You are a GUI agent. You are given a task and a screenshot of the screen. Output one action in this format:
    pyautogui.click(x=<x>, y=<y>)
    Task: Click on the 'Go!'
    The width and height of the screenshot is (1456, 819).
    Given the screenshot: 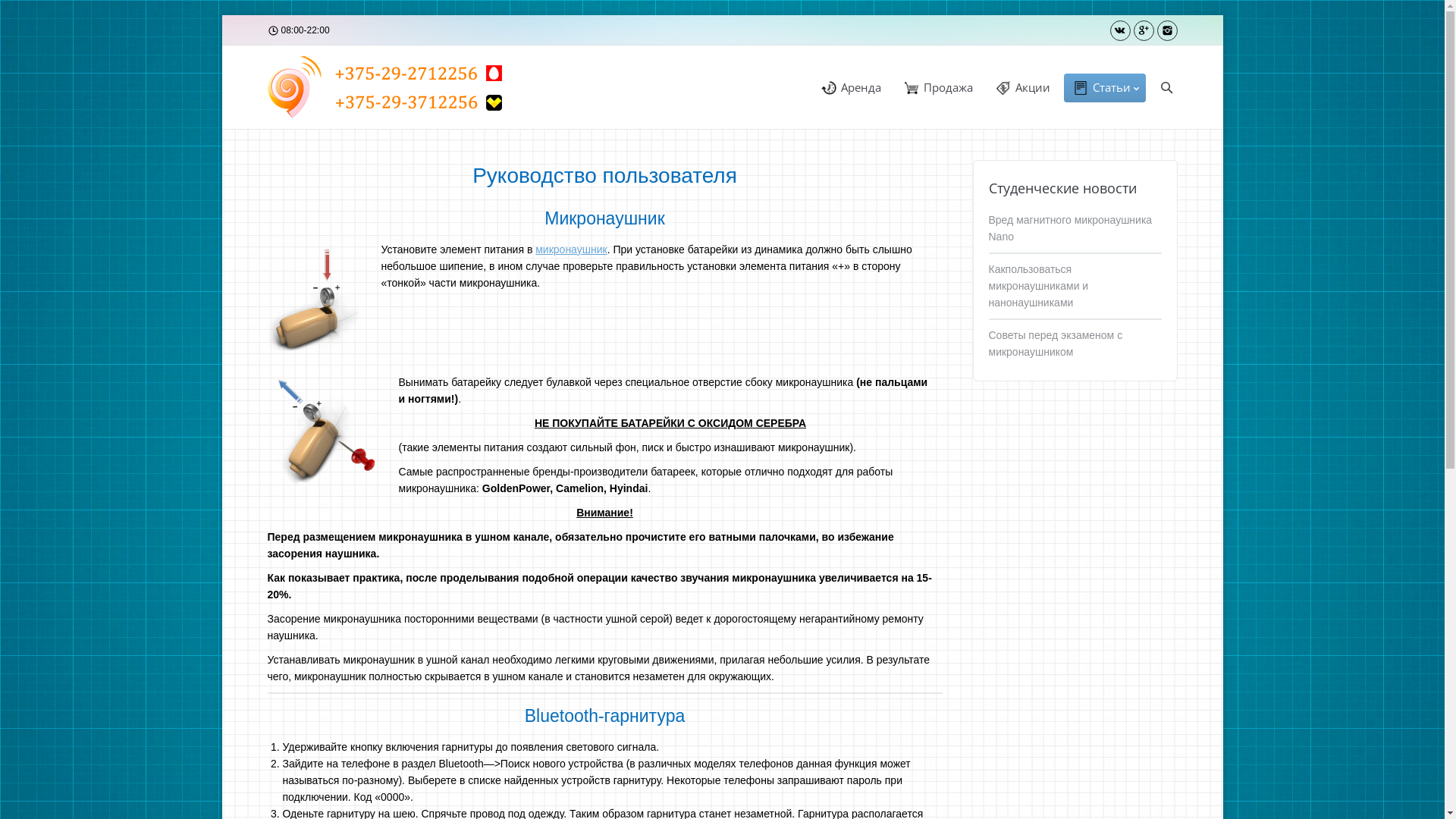 What is the action you would take?
    pyautogui.click(x=15, y=11)
    